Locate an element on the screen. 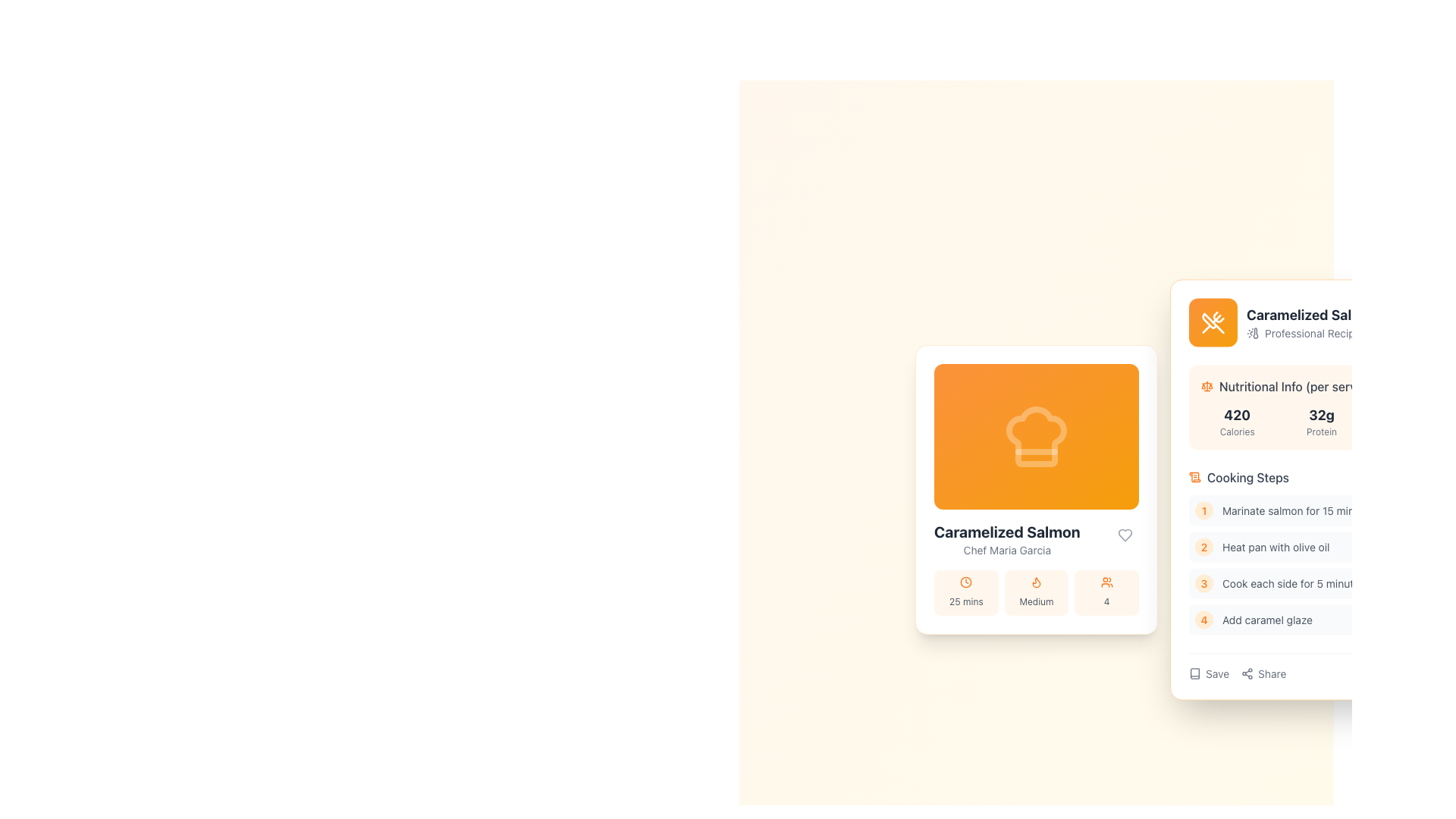  the Text Label located on the right side of the interface, adjacent to a cooking-related section is located at coordinates (1414, 673).